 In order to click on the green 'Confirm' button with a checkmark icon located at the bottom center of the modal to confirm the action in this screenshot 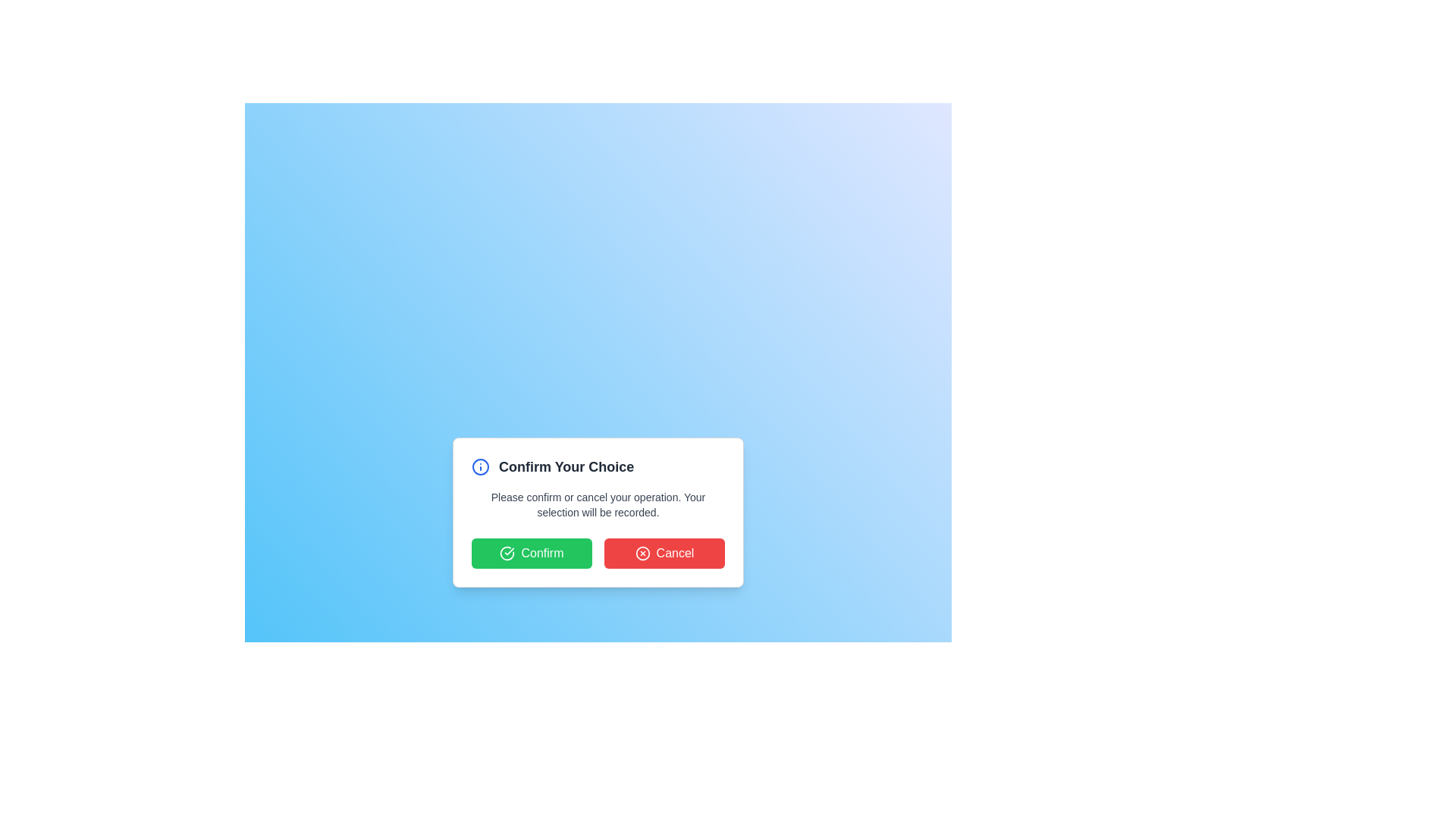, I will do `click(532, 553)`.